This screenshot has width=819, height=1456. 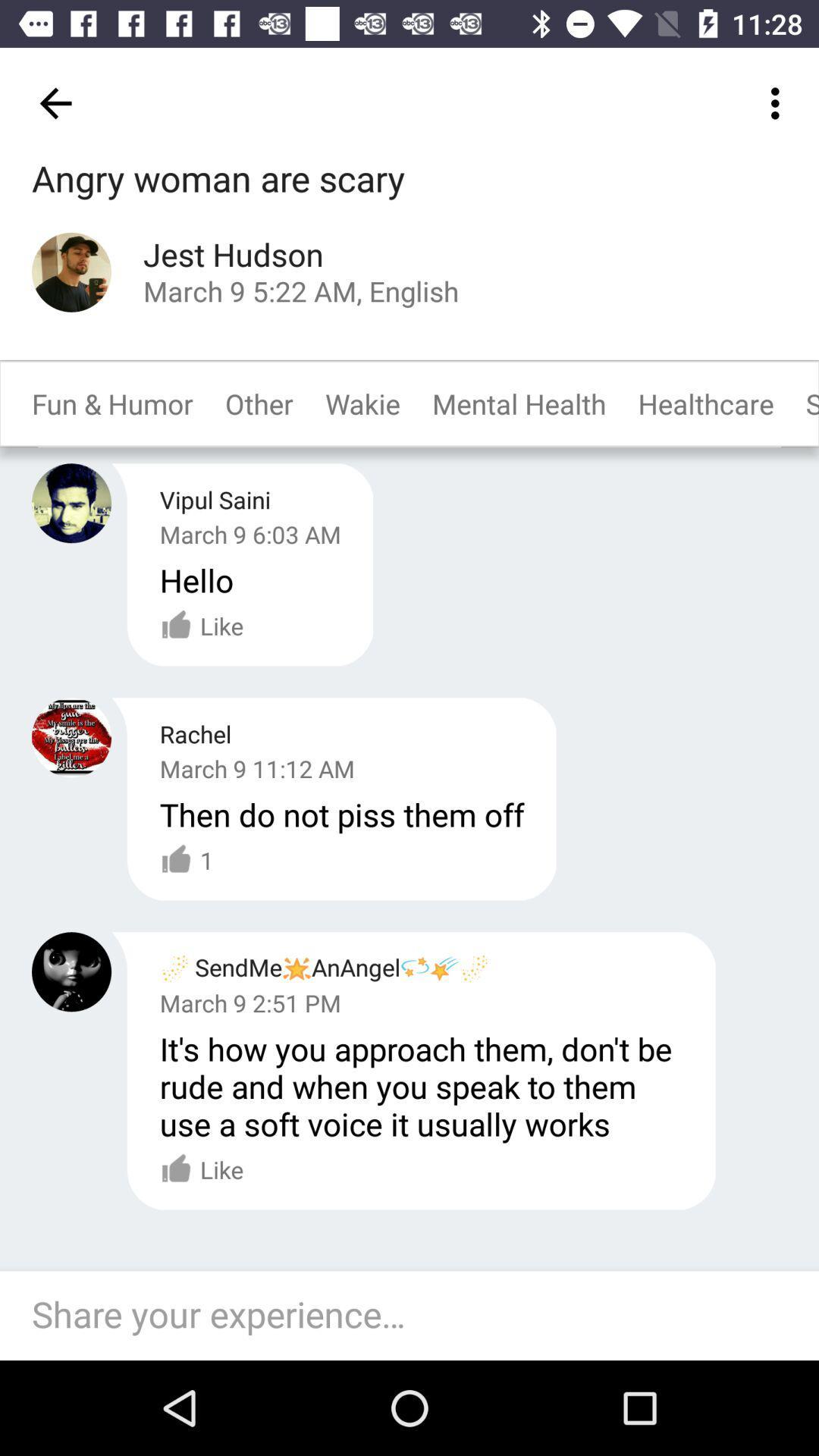 What do you see at coordinates (55, 102) in the screenshot?
I see `icon above angry woman are` at bounding box center [55, 102].